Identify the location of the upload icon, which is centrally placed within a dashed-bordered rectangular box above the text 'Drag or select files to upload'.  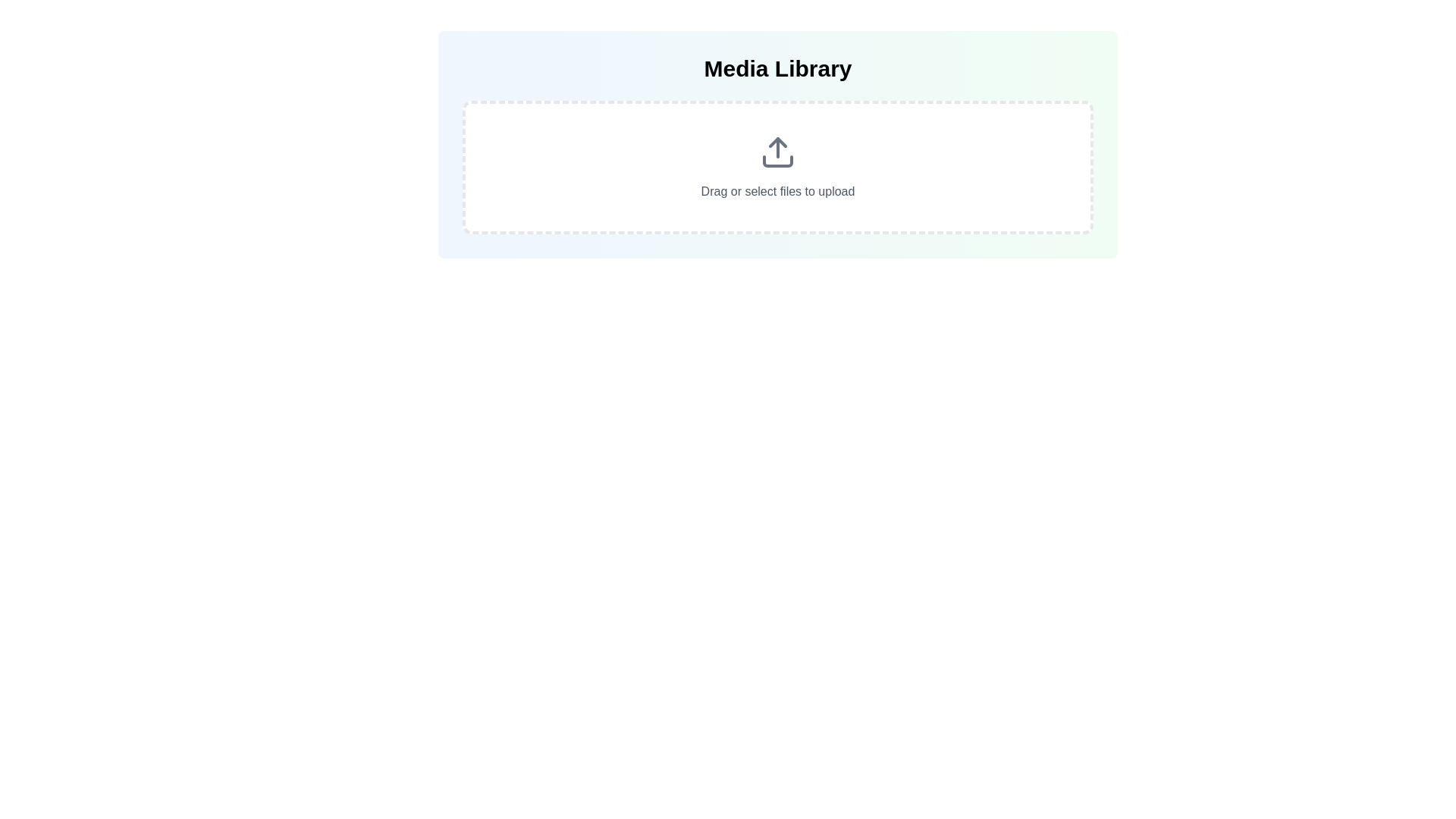
(778, 152).